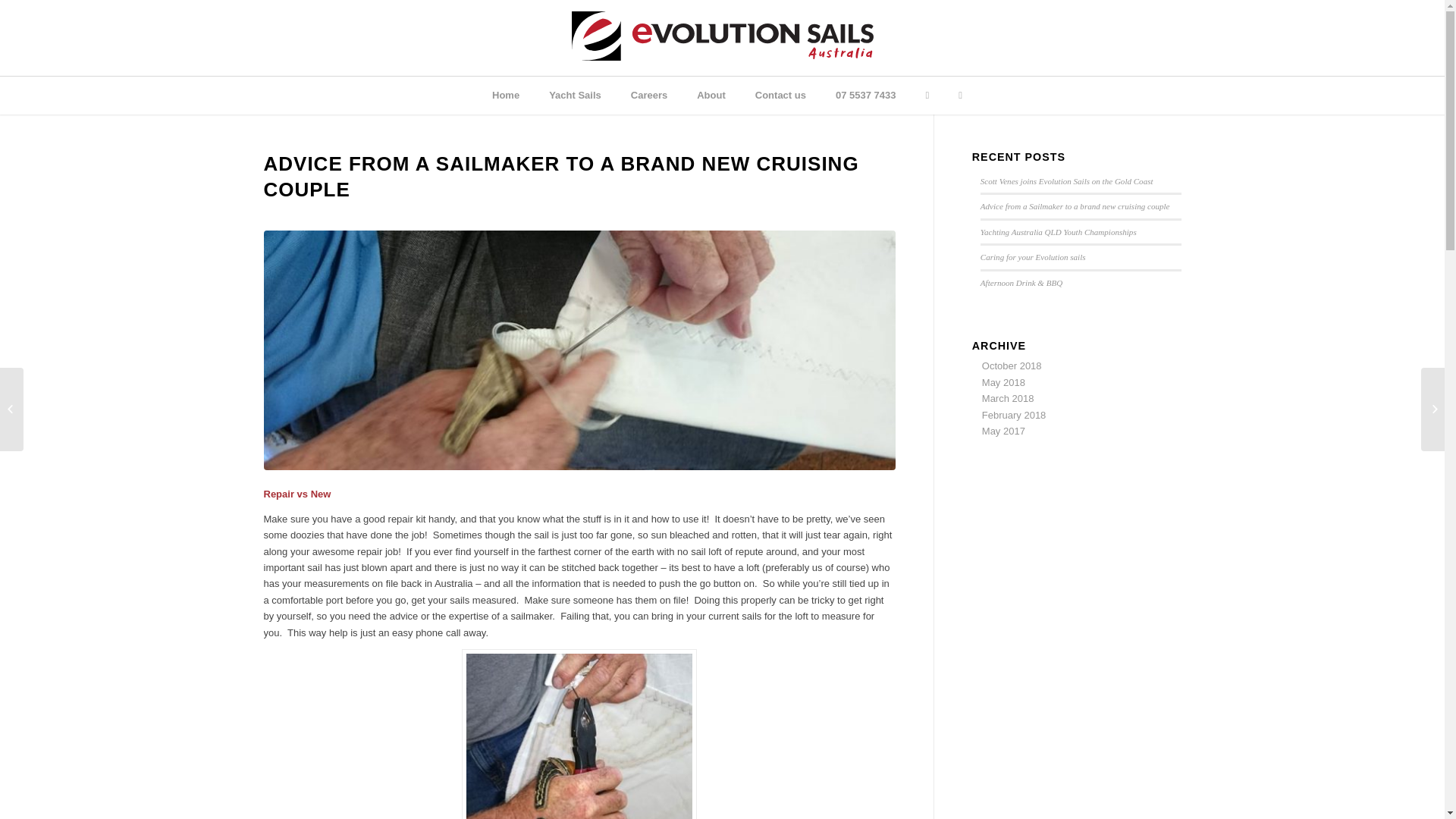 This screenshot has width=1456, height=819. Describe the element at coordinates (745, 96) in the screenshot. I see `'Contact us'` at that location.